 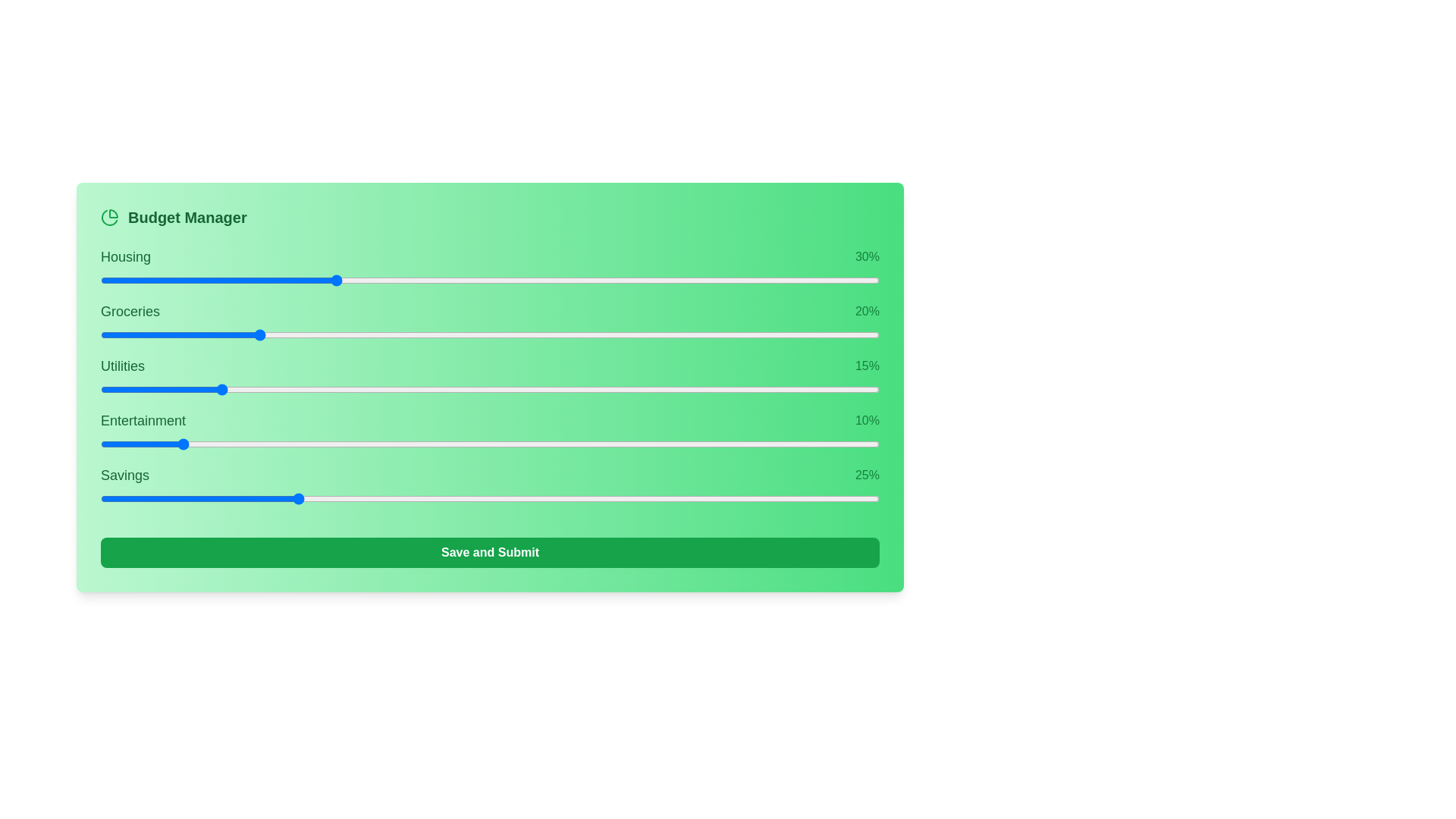 I want to click on the slider for 0 to 62% allocation, so click(x=731, y=281).